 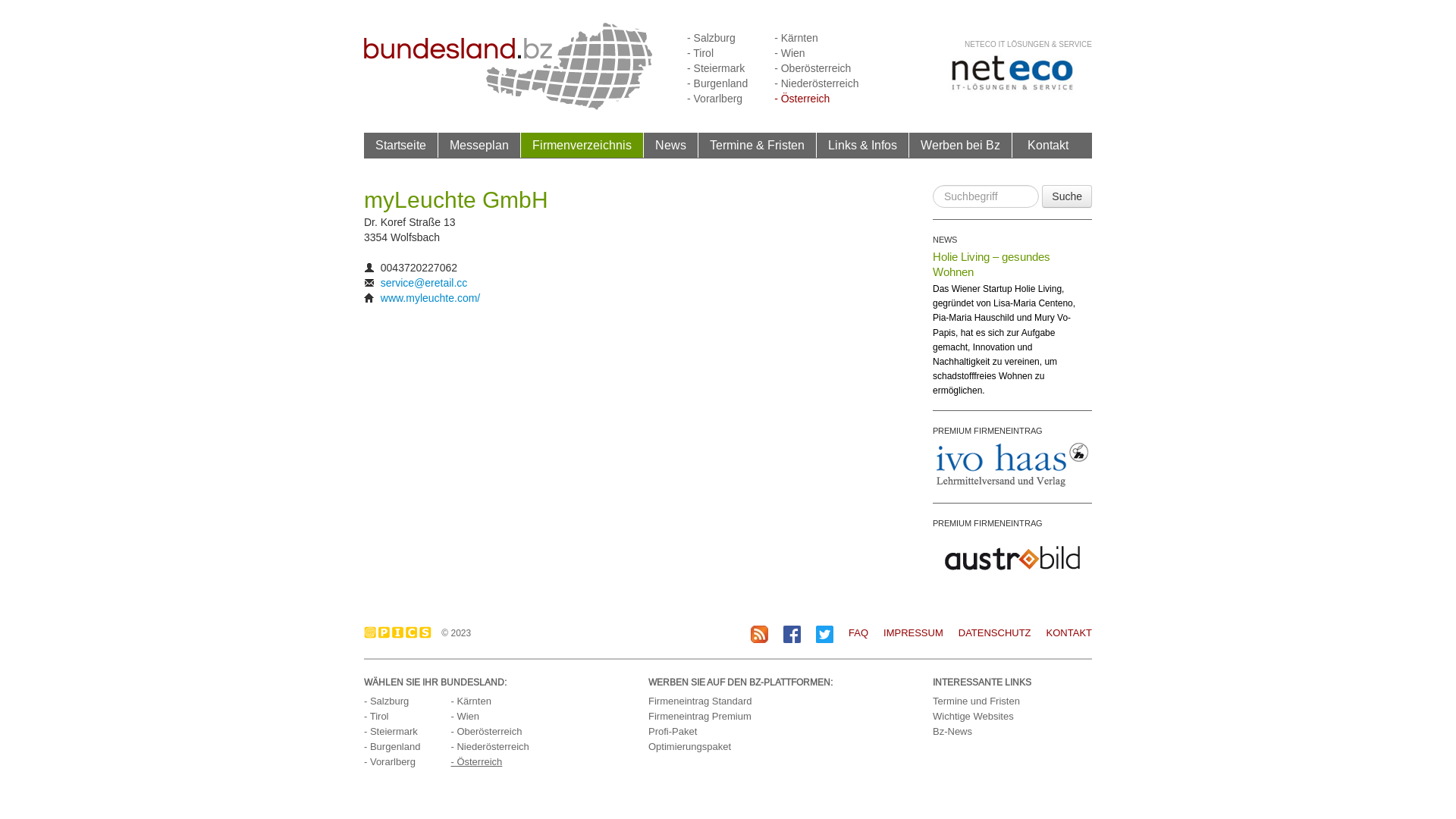 I want to click on 'RSS-Feed Abonnieren', so click(x=759, y=632).